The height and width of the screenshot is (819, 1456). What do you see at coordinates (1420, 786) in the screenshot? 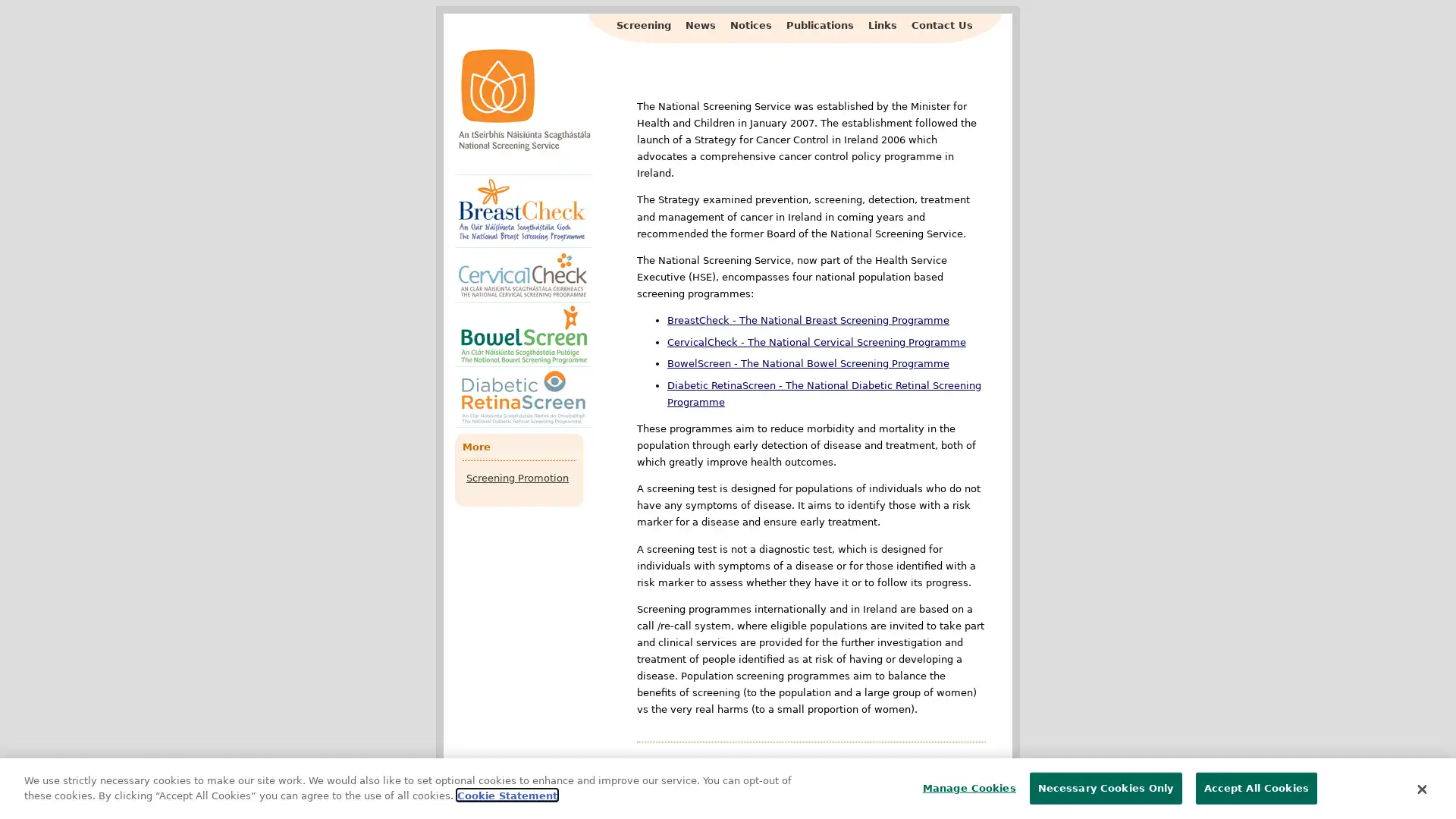
I see `Close` at bounding box center [1420, 786].